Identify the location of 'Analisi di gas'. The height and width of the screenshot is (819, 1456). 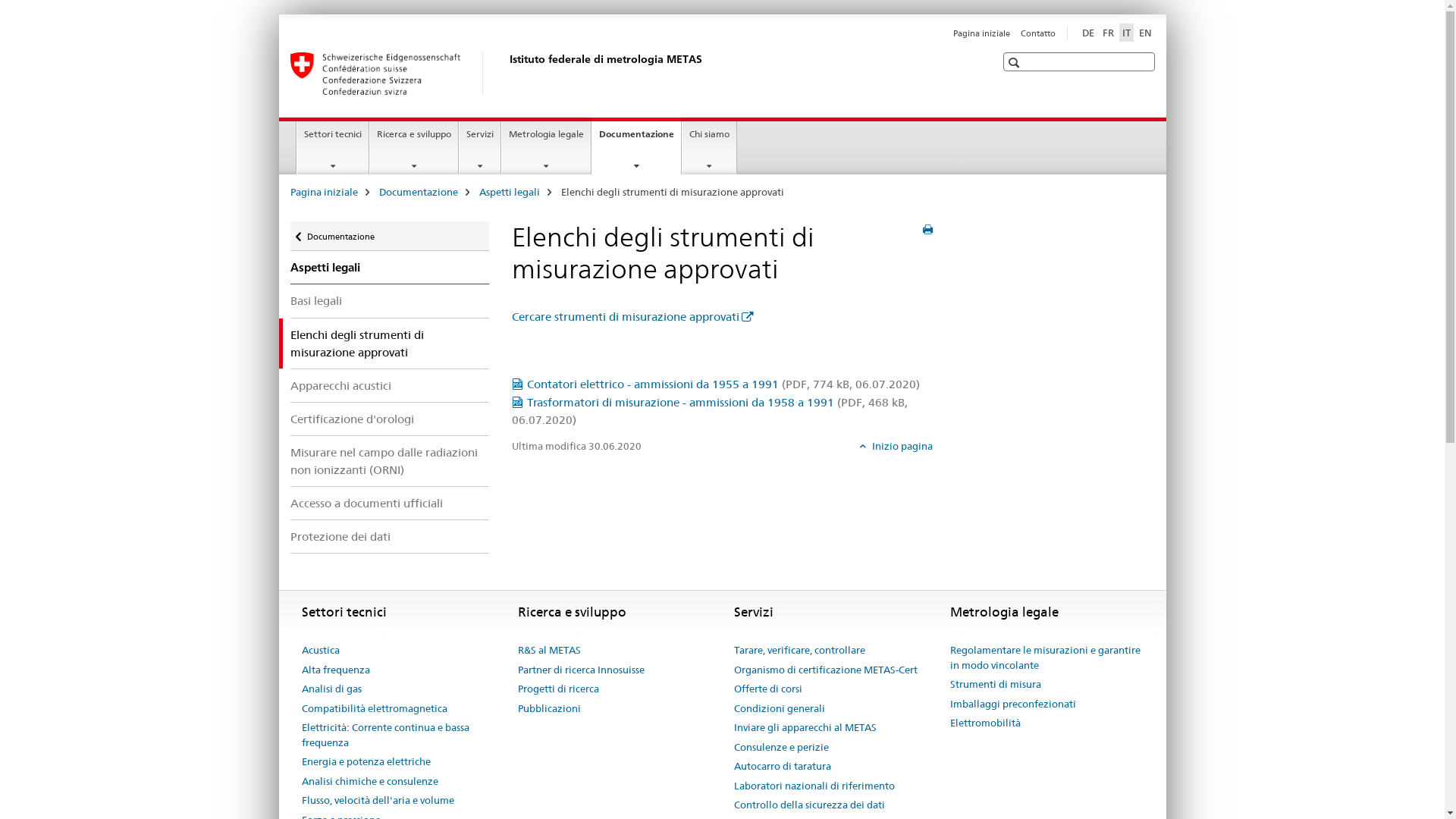
(331, 689).